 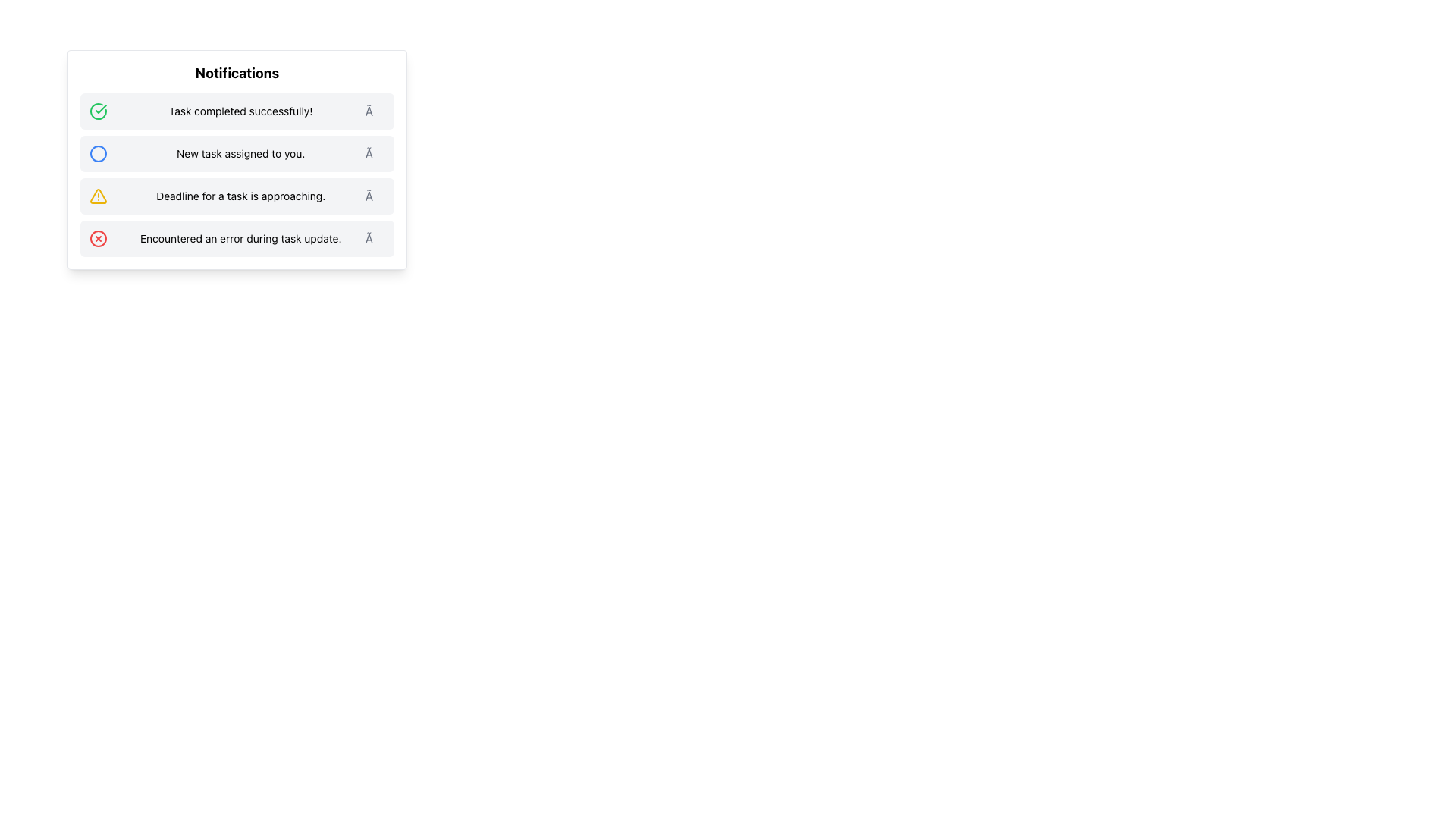 What do you see at coordinates (236, 174) in the screenshot?
I see `the third notification card in the 'Notifications' list` at bounding box center [236, 174].